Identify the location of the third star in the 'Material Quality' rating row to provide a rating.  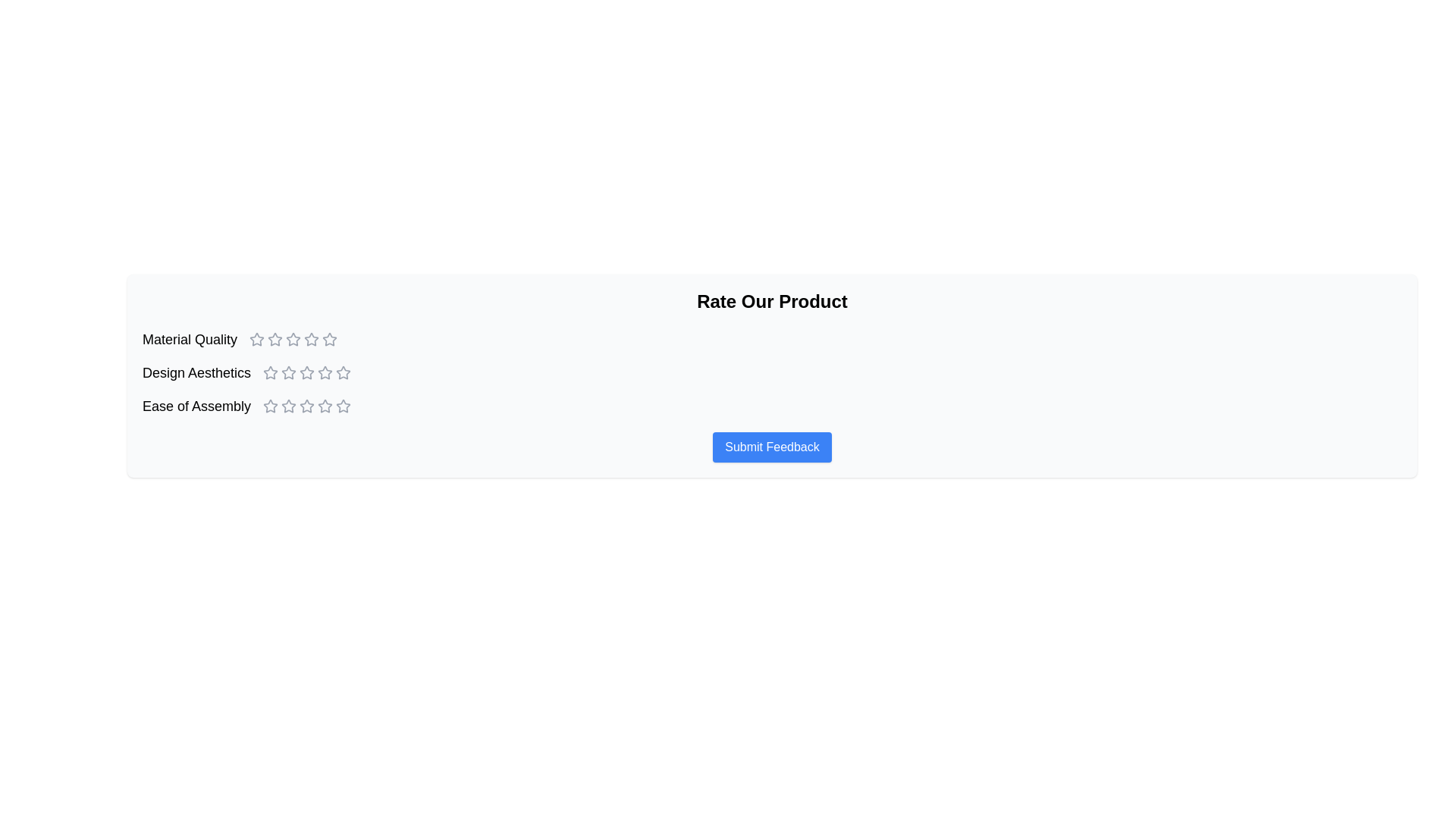
(311, 338).